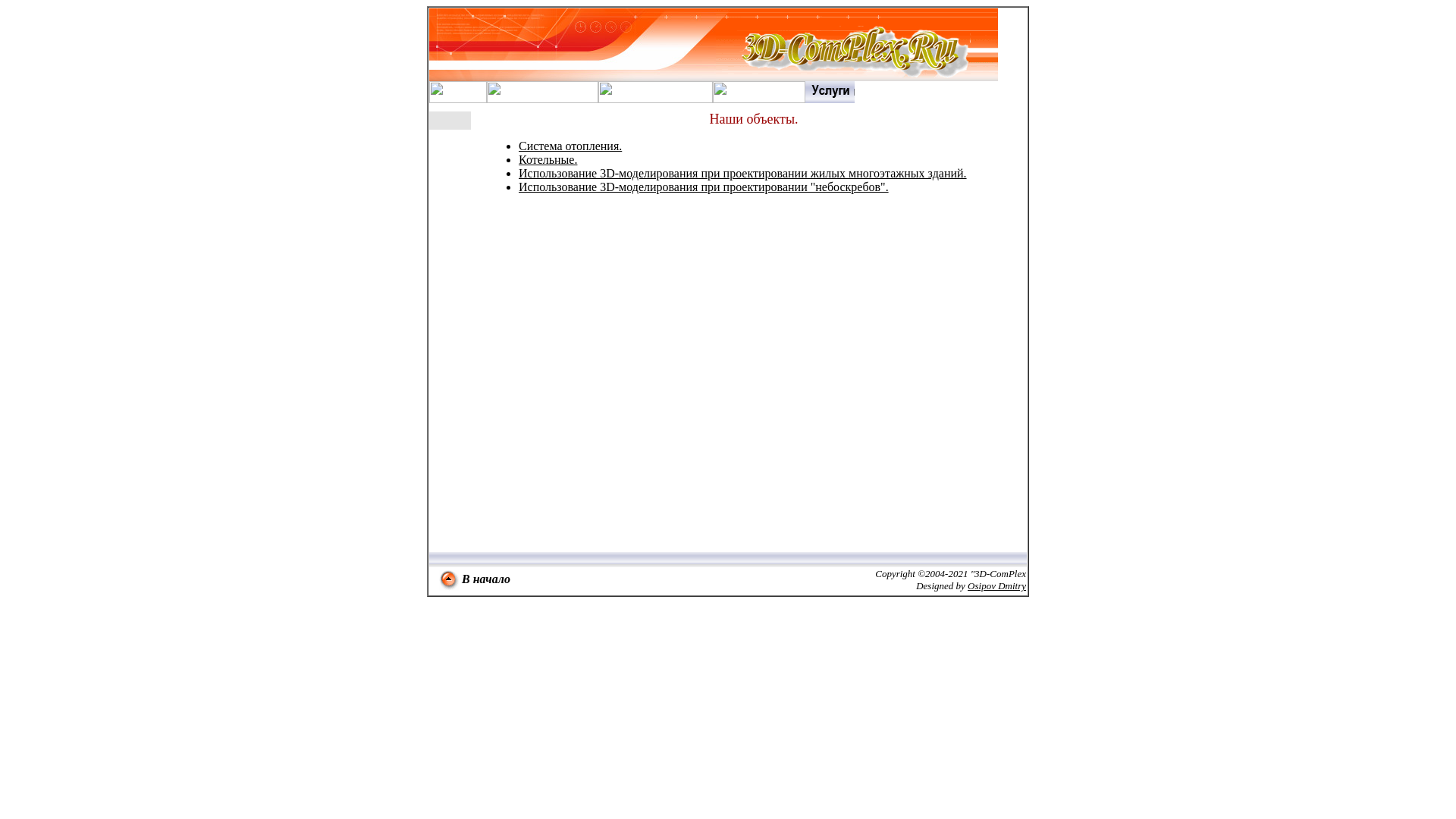 The image size is (1456, 819). What do you see at coordinates (996, 585) in the screenshot?
I see `'Osipov Dmitry'` at bounding box center [996, 585].